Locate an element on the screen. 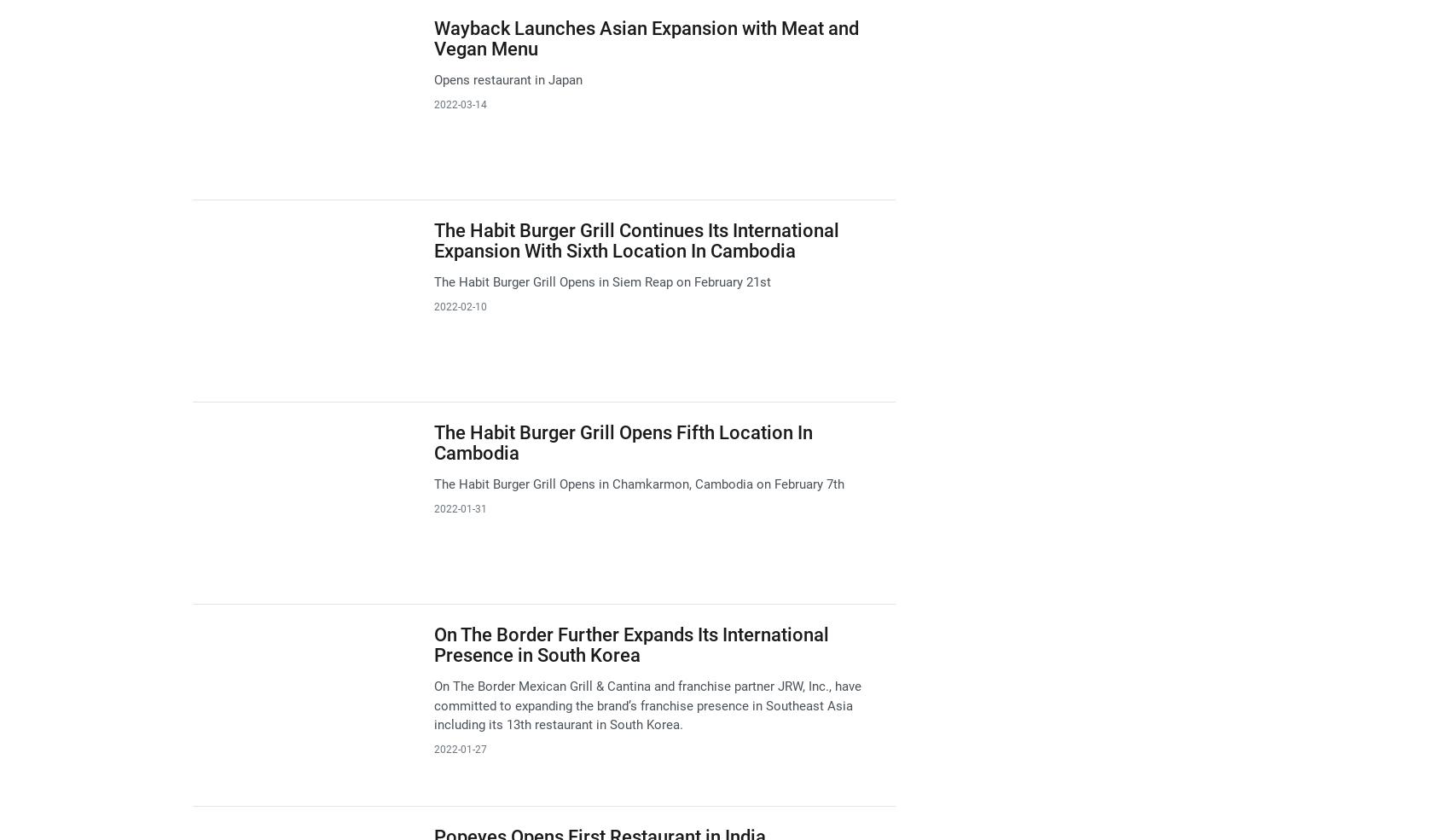 This screenshot has height=840, width=1450. '2022-01-31' is located at coordinates (459, 507).